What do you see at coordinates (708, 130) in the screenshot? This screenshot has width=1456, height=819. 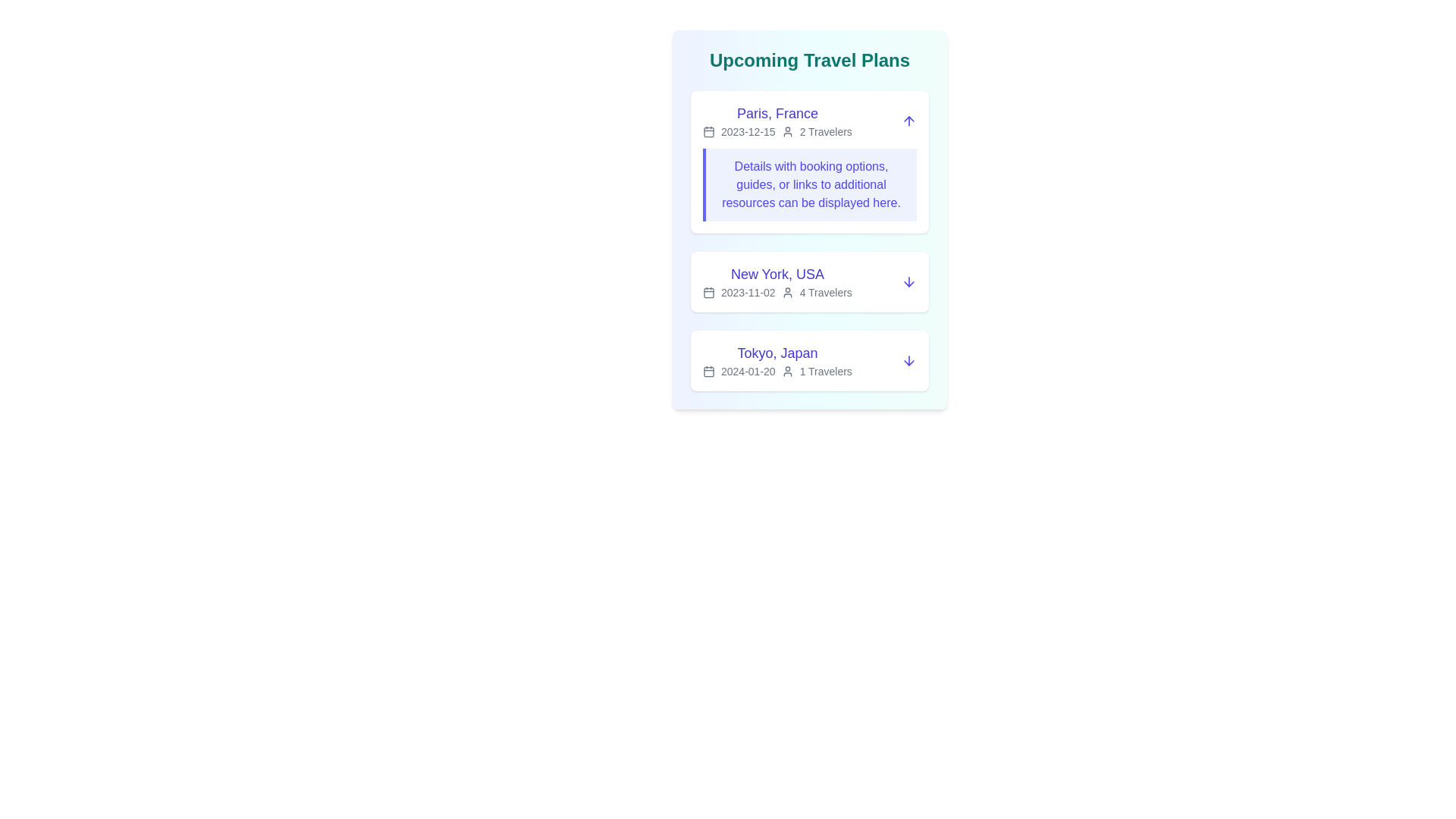 I see `the icon associated with Paris, France to examine it` at bounding box center [708, 130].